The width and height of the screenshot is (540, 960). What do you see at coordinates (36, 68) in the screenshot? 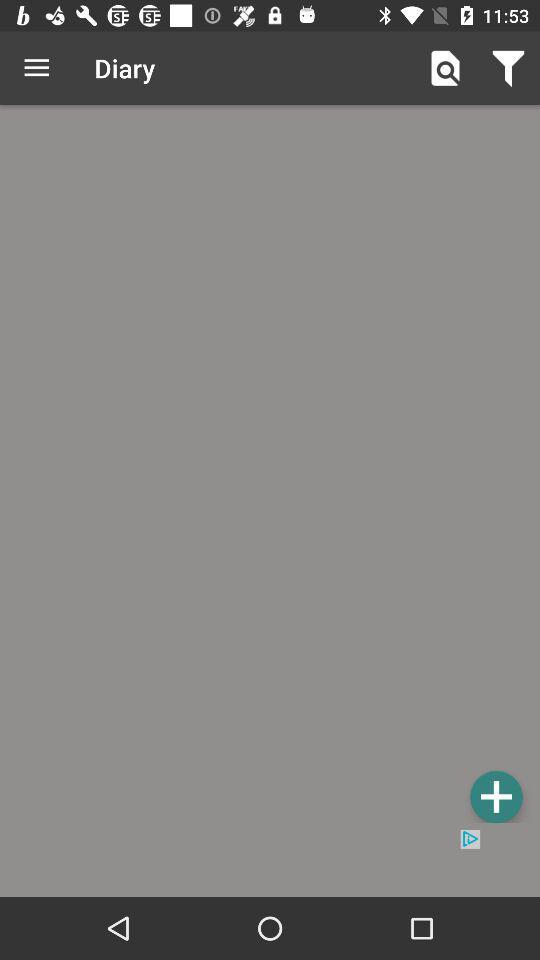
I see `the item to the left of diary item` at bounding box center [36, 68].